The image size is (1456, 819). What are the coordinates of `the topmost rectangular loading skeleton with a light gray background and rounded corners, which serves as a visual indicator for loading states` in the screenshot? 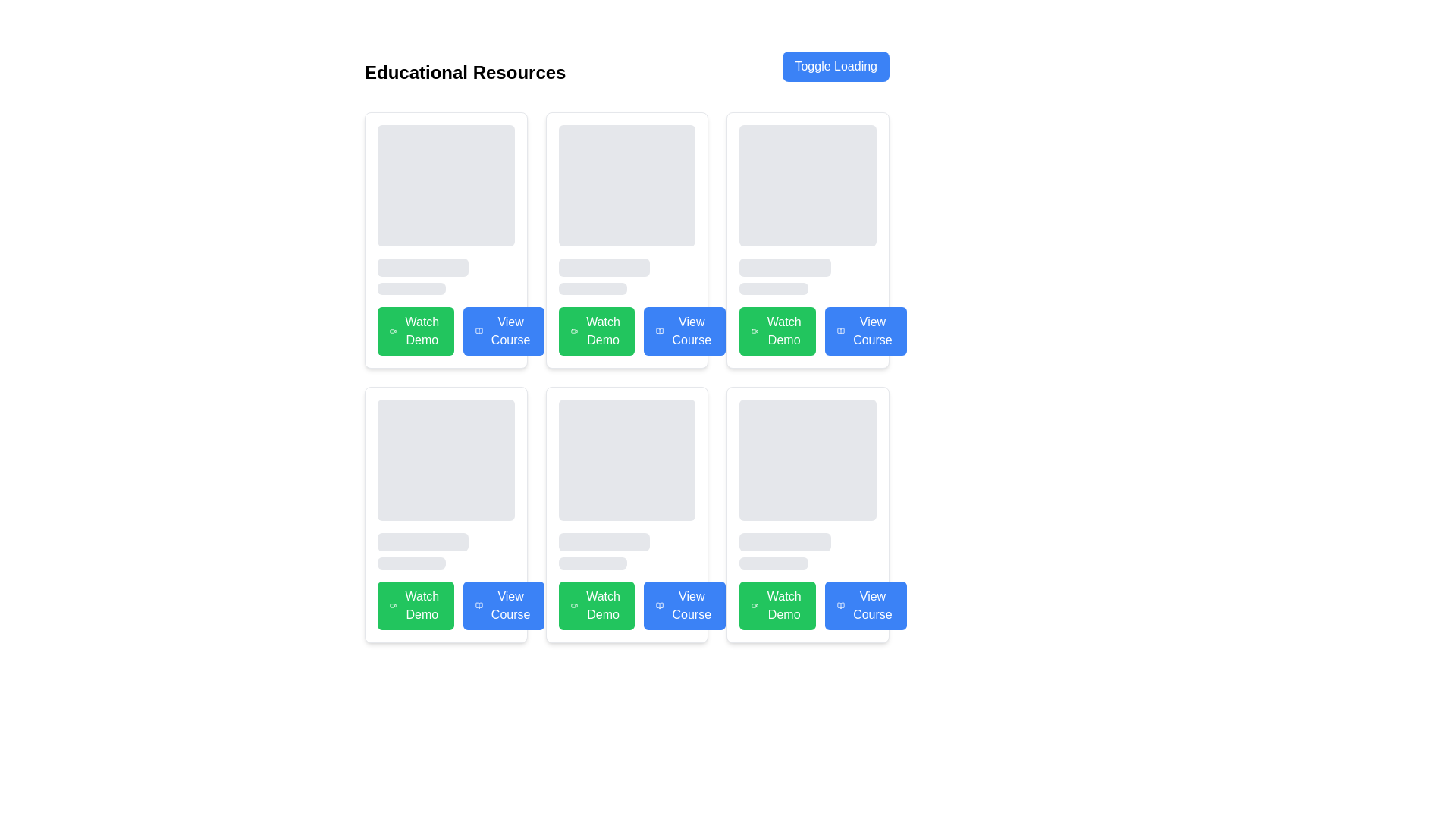 It's located at (626, 185).